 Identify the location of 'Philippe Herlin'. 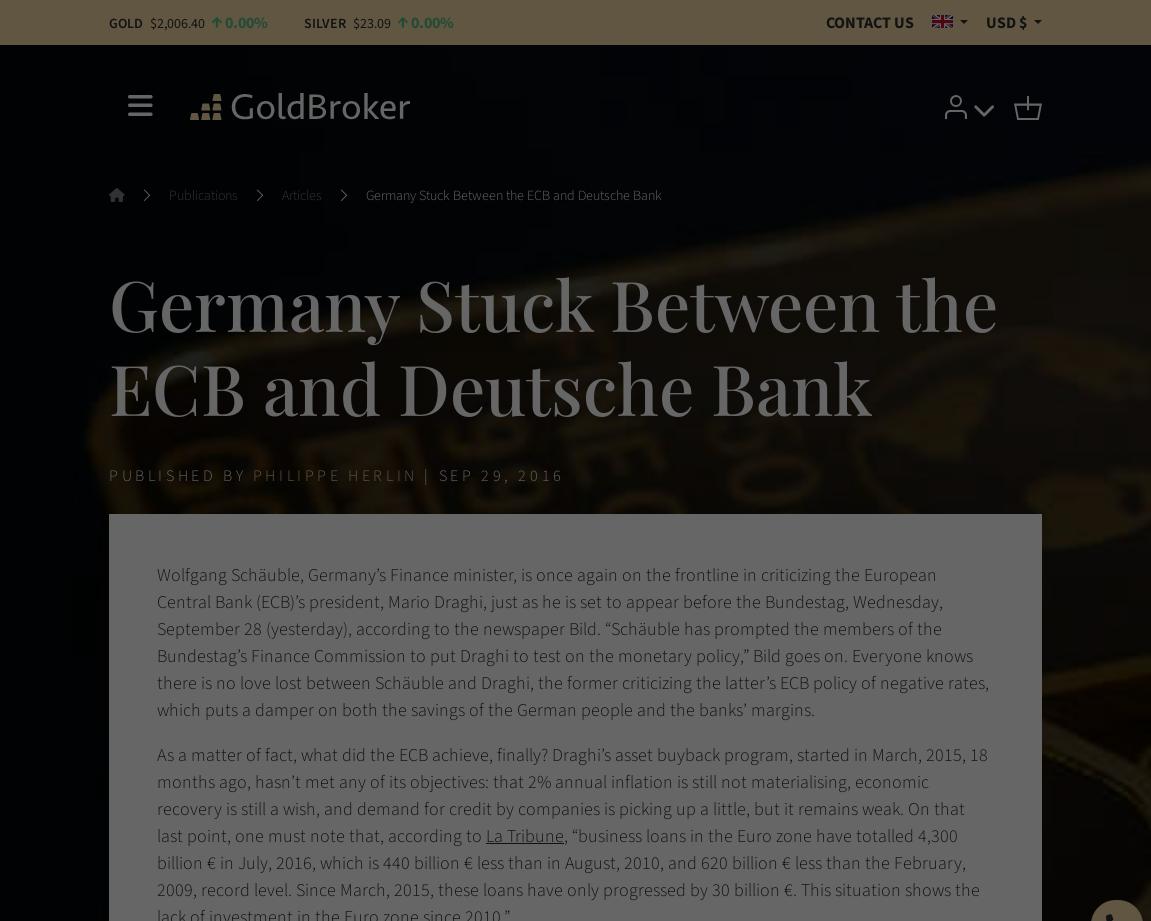
(334, 474).